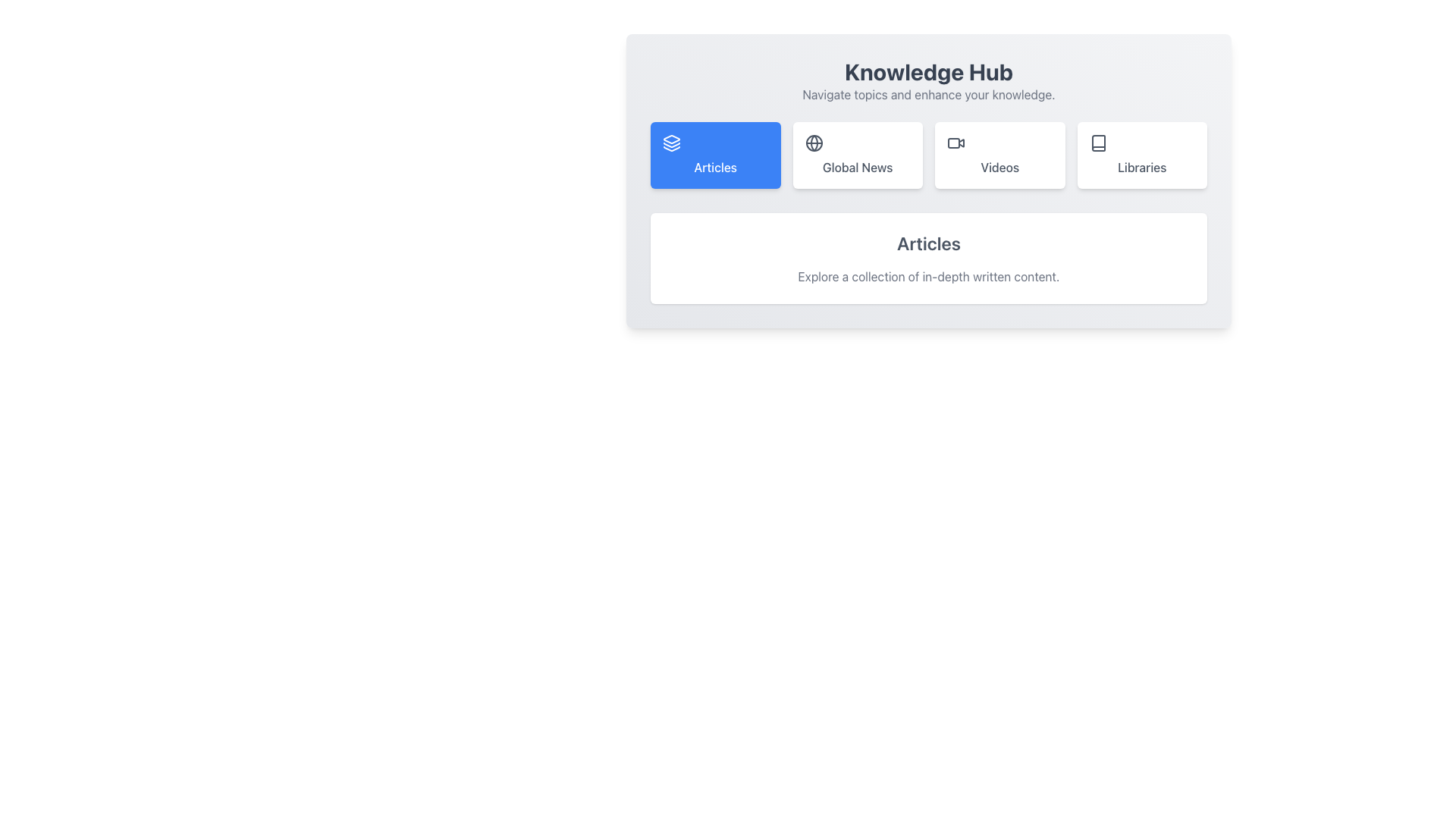 Image resolution: width=1456 pixels, height=819 pixels. I want to click on the Graphical Icon (SVG Element) that identifies the 'Libraries' section in the Knowledge Hub panel located at the top-right of the button row, so click(1098, 143).